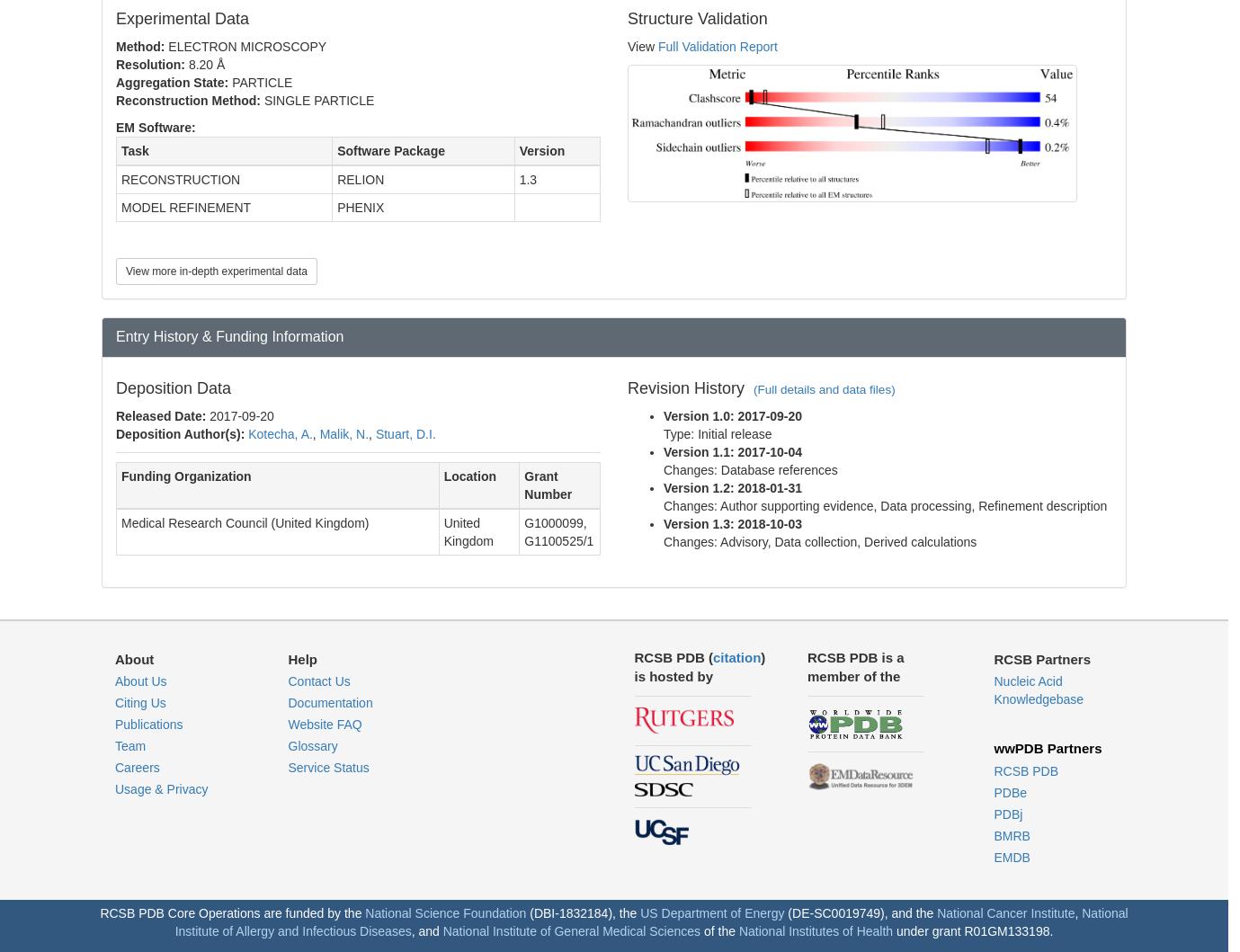  Describe the element at coordinates (174, 387) in the screenshot. I see `'Deposition Data'` at that location.